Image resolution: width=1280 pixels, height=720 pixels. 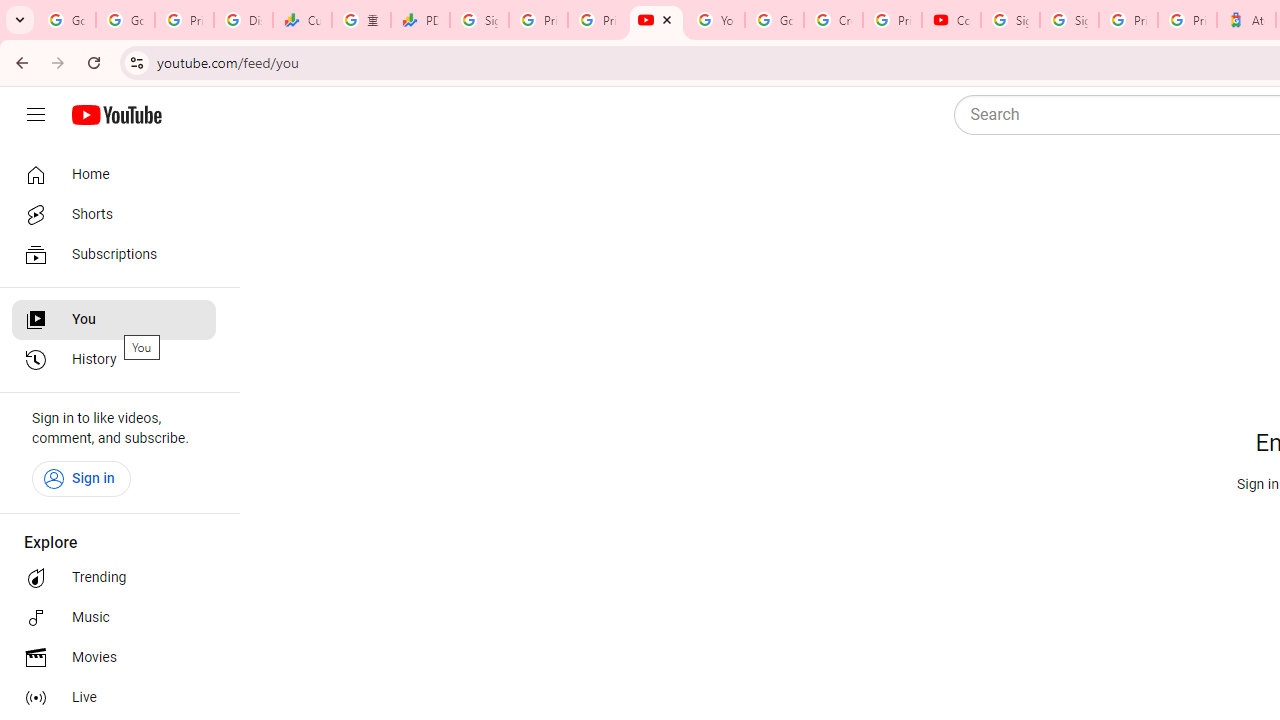 What do you see at coordinates (112, 253) in the screenshot?
I see `'Subscriptions'` at bounding box center [112, 253].